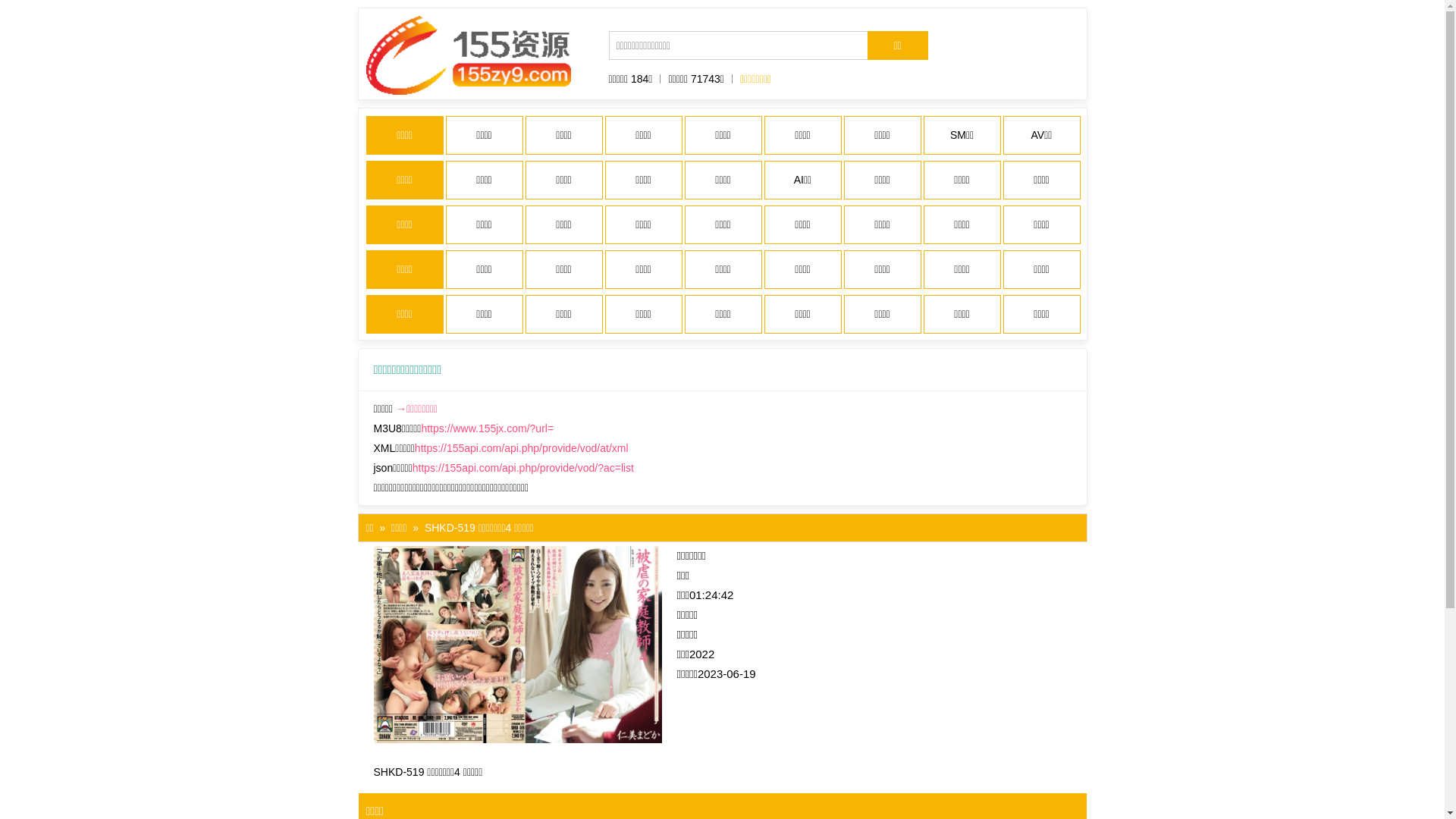 The width and height of the screenshot is (1456, 819). What do you see at coordinates (523, 467) in the screenshot?
I see `'https://155api.com/api.php/provide/vod/?ac=list'` at bounding box center [523, 467].